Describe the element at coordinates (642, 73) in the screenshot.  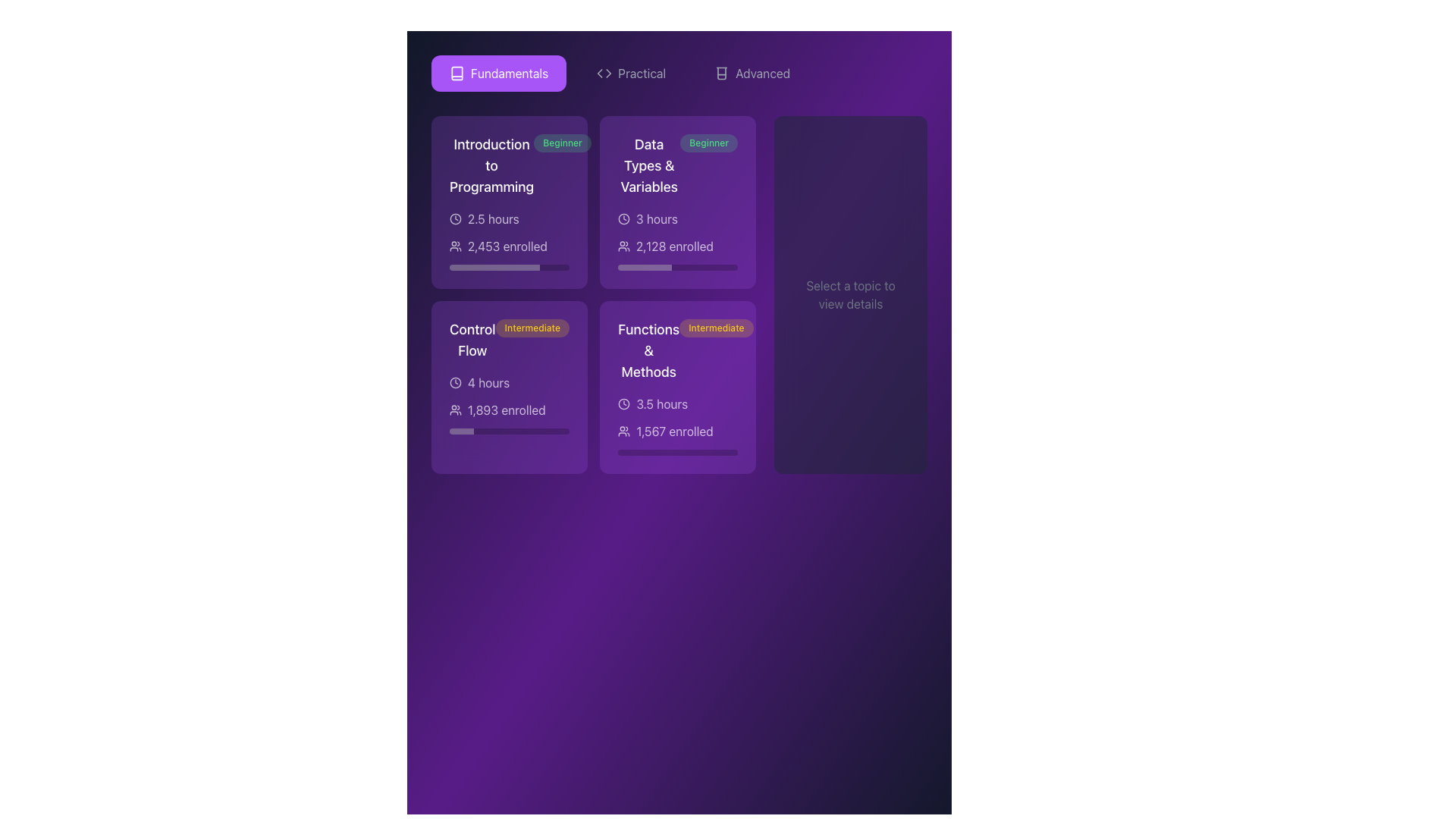
I see `the navigation link labeled 'Practical' located at the top center of the interface` at that location.